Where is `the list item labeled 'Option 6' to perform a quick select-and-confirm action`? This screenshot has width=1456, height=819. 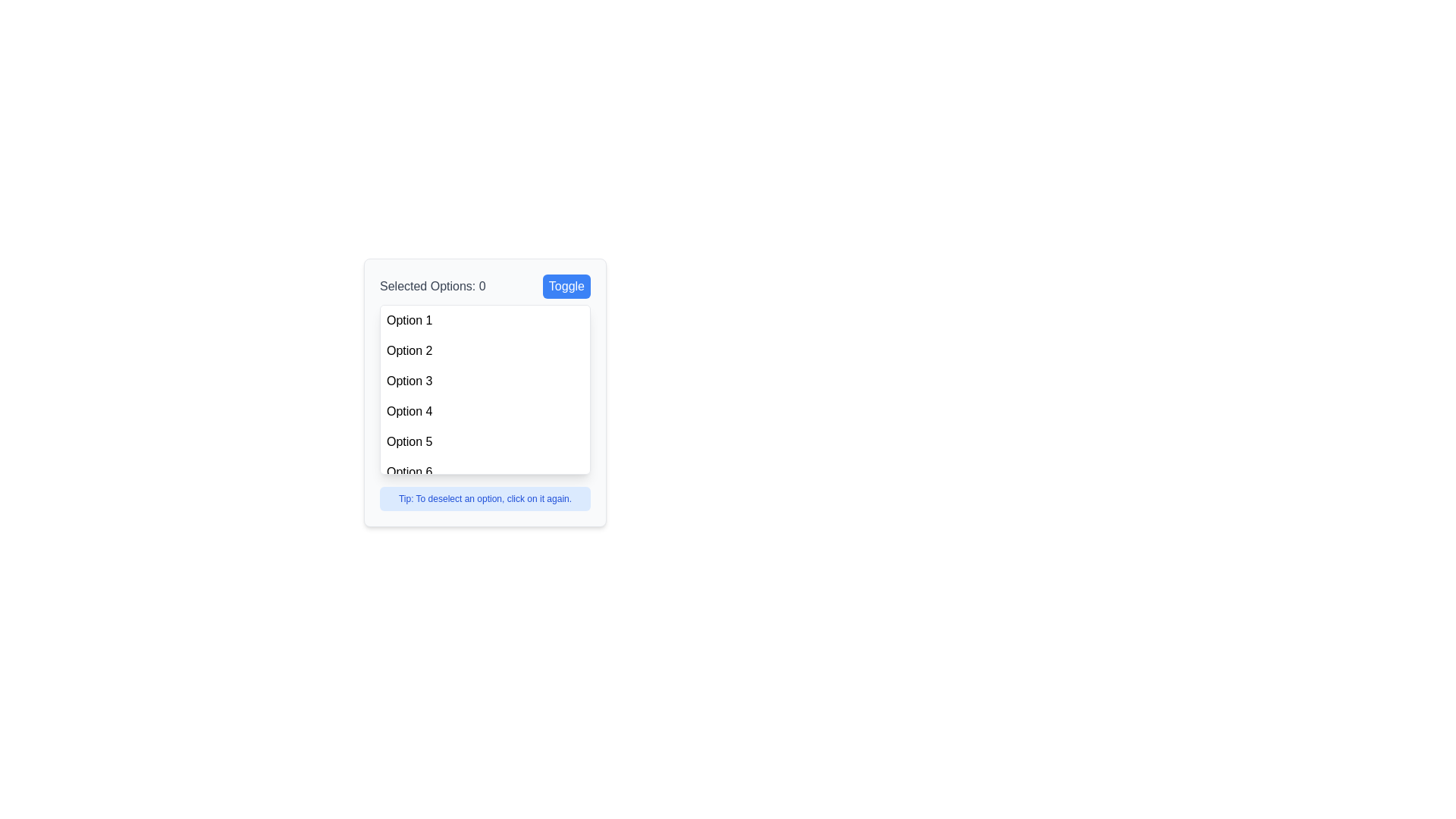 the list item labeled 'Option 6' to perform a quick select-and-confirm action is located at coordinates (484, 472).